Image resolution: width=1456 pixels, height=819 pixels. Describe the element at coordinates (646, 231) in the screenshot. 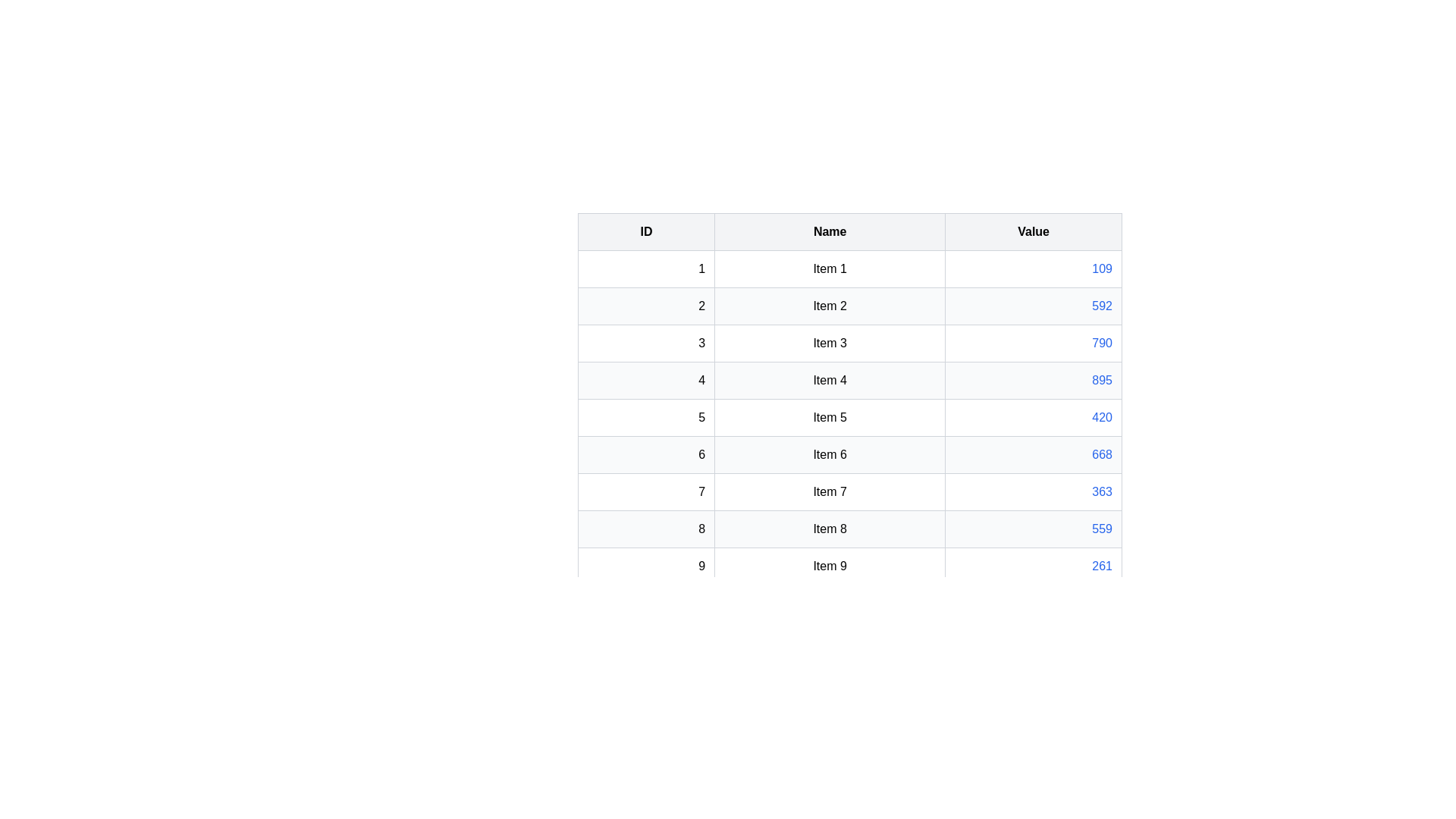

I see `the column header ID to sort the table by that column` at that location.